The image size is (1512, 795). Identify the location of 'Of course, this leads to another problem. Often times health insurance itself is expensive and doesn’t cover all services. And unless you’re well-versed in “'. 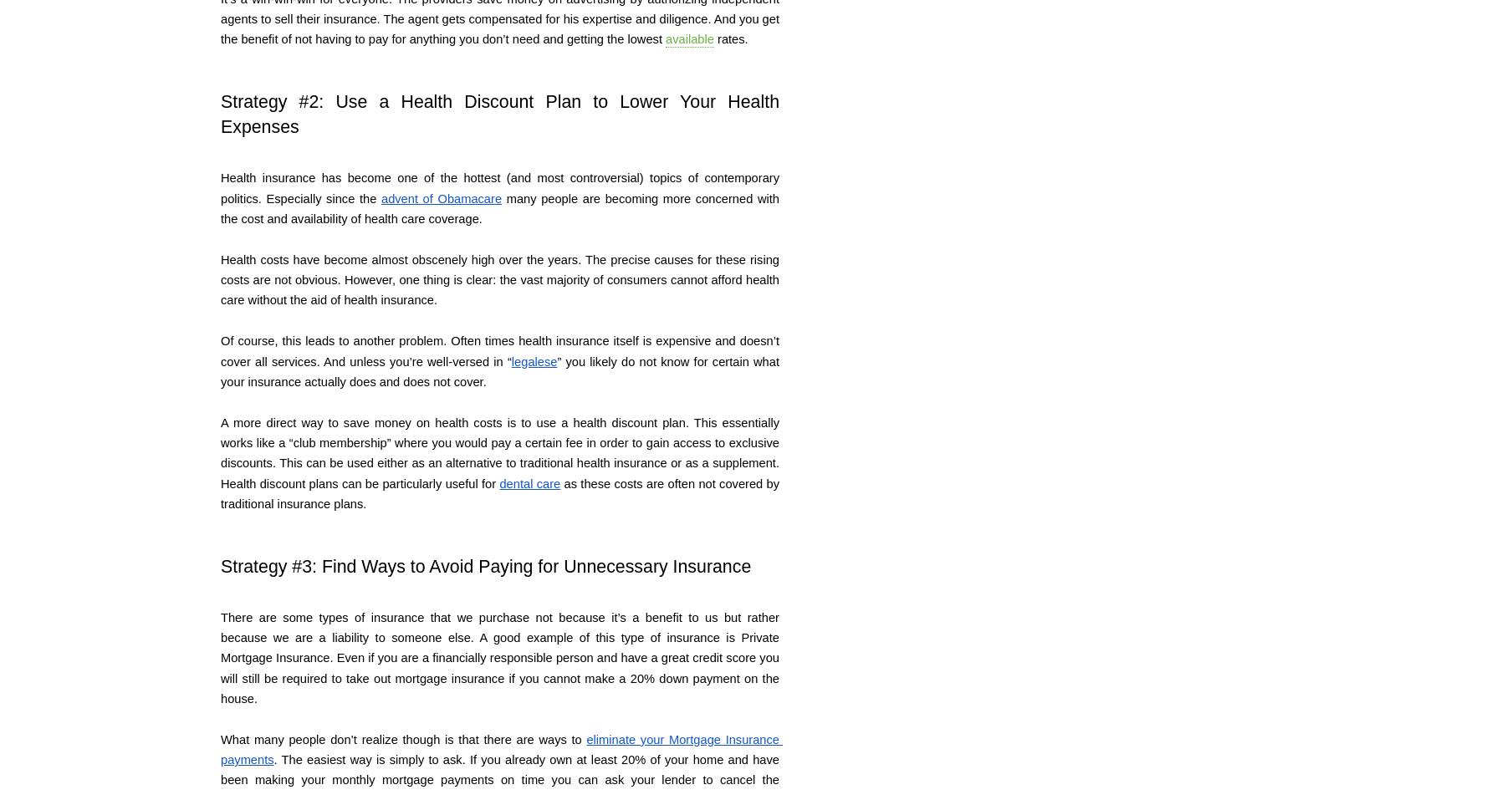
(501, 350).